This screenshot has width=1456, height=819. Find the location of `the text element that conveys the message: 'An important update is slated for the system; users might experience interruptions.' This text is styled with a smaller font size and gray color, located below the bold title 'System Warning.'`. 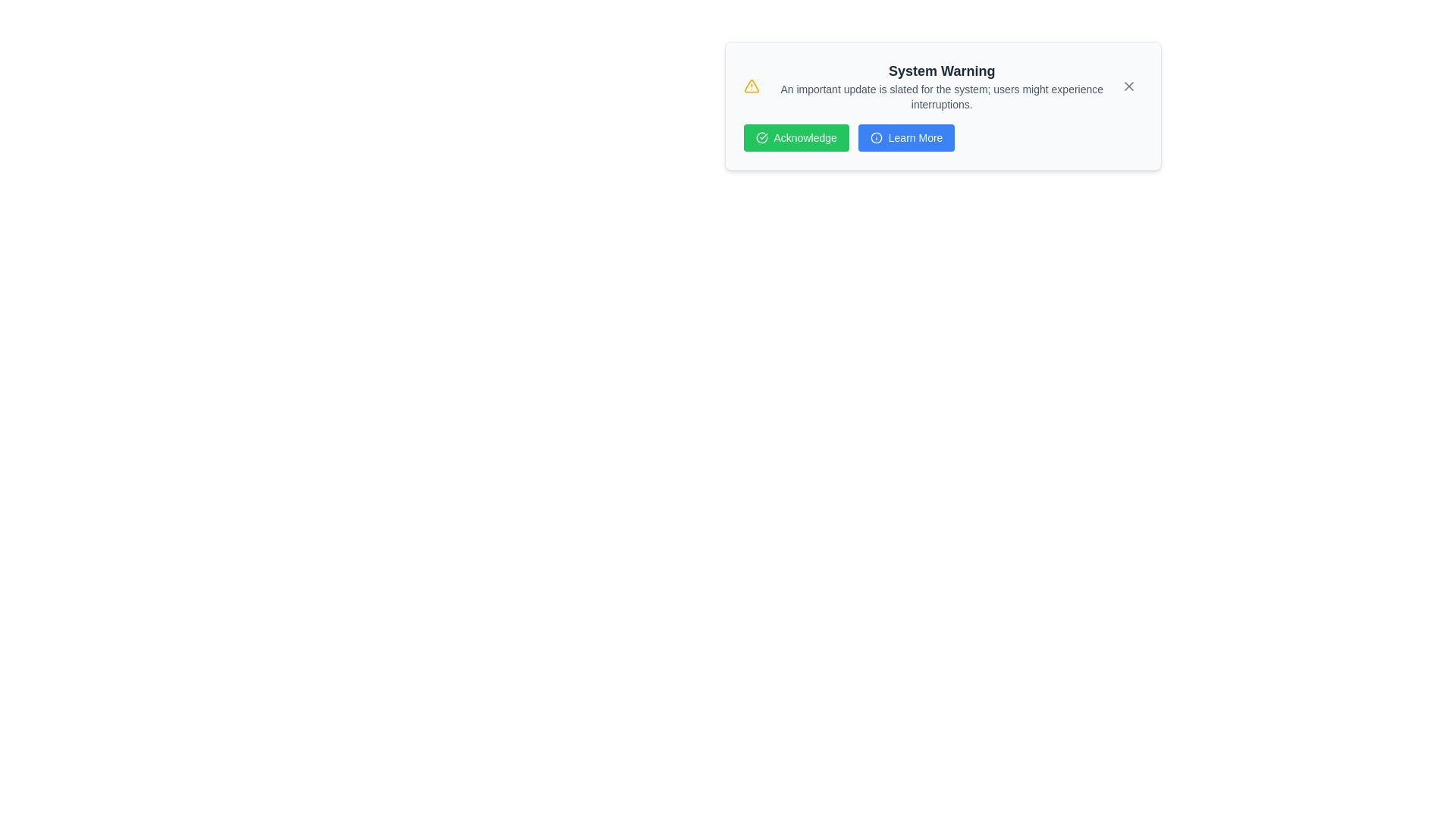

the text element that conveys the message: 'An important update is slated for the system; users might experience interruptions.' This text is styled with a smaller font size and gray color, located below the bold title 'System Warning.' is located at coordinates (941, 96).